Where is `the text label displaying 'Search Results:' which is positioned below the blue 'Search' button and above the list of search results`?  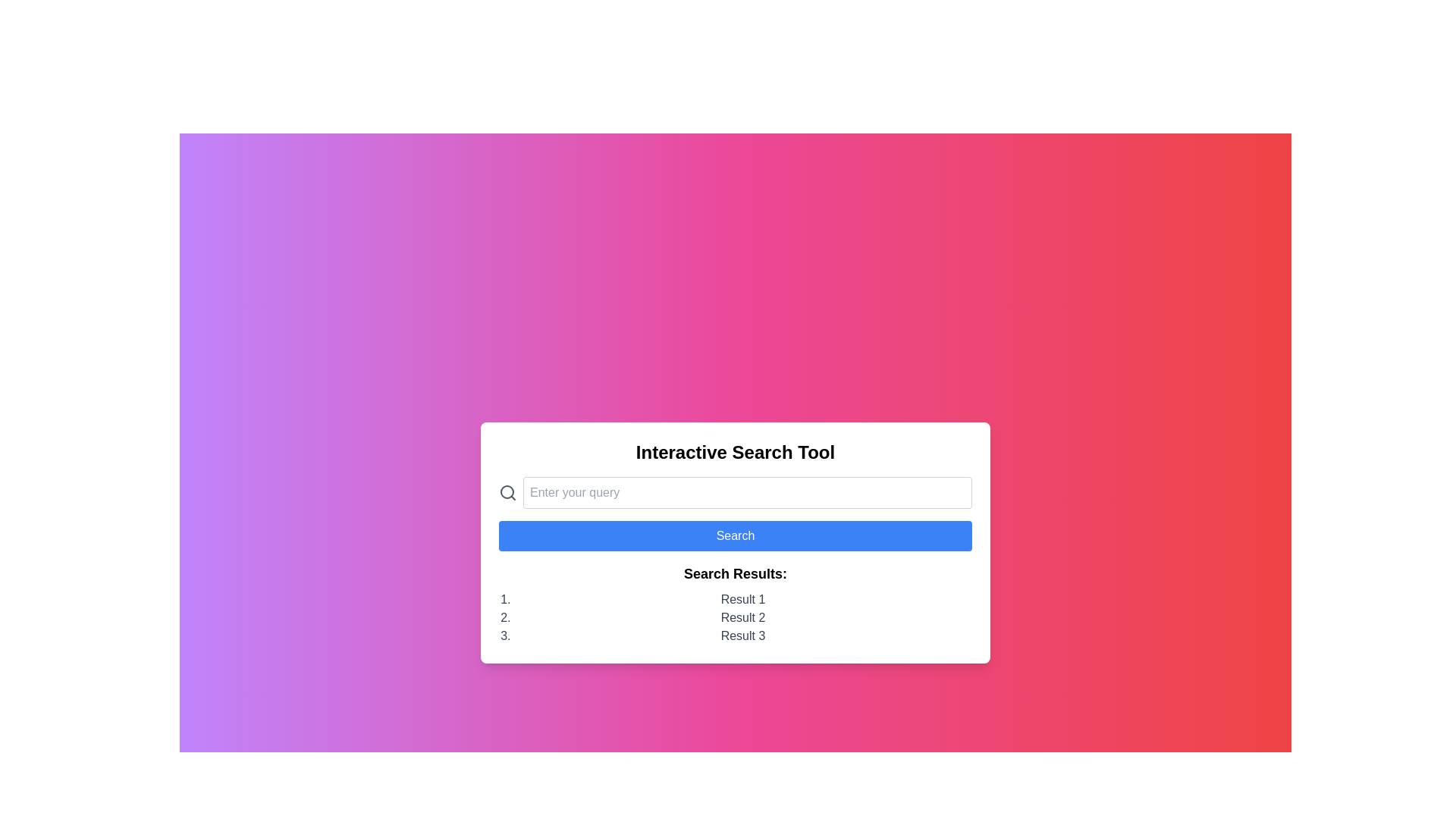 the text label displaying 'Search Results:' which is positioned below the blue 'Search' button and above the list of search results is located at coordinates (735, 573).